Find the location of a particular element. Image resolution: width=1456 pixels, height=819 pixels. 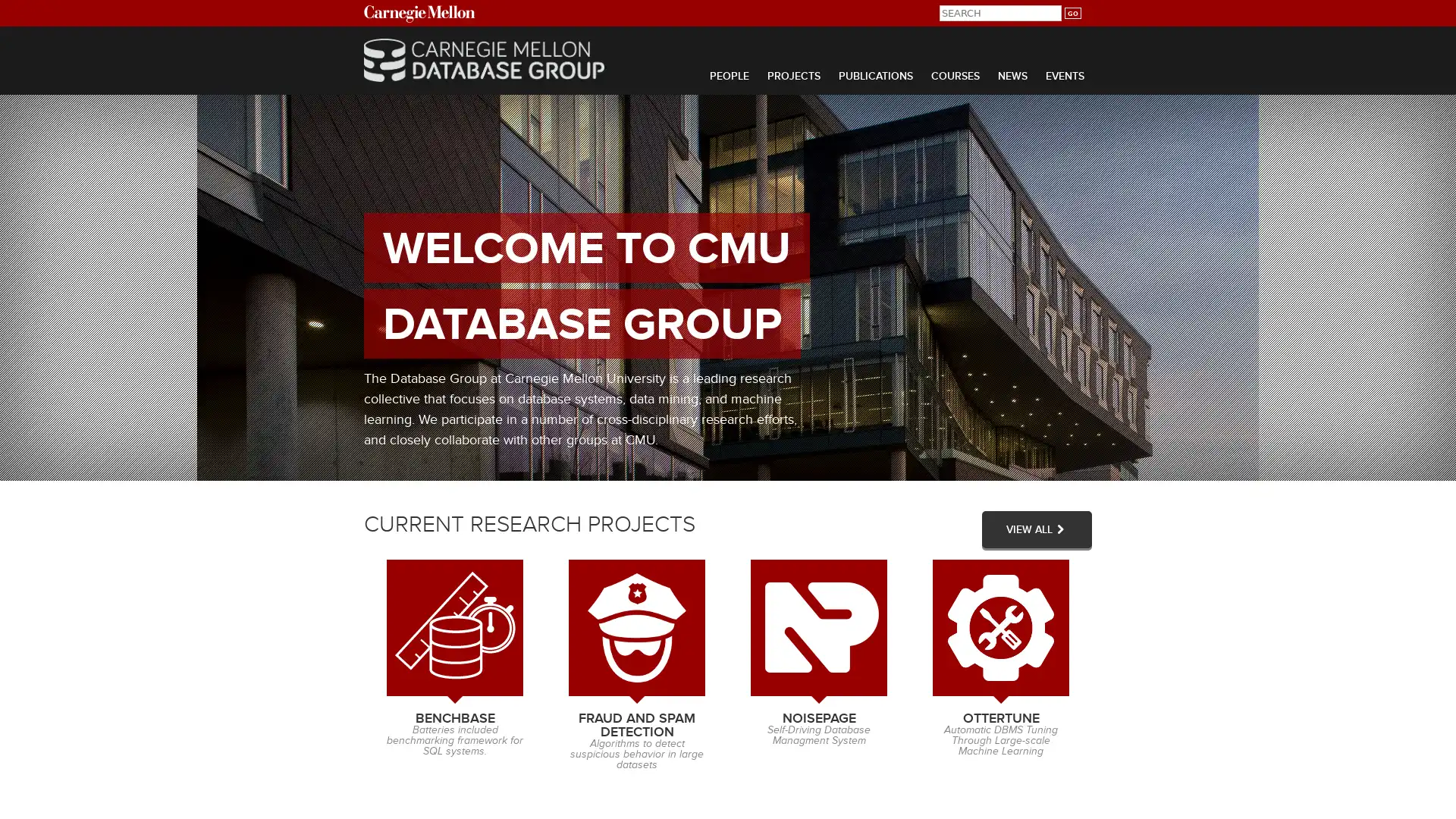

Go is located at coordinates (1072, 13).